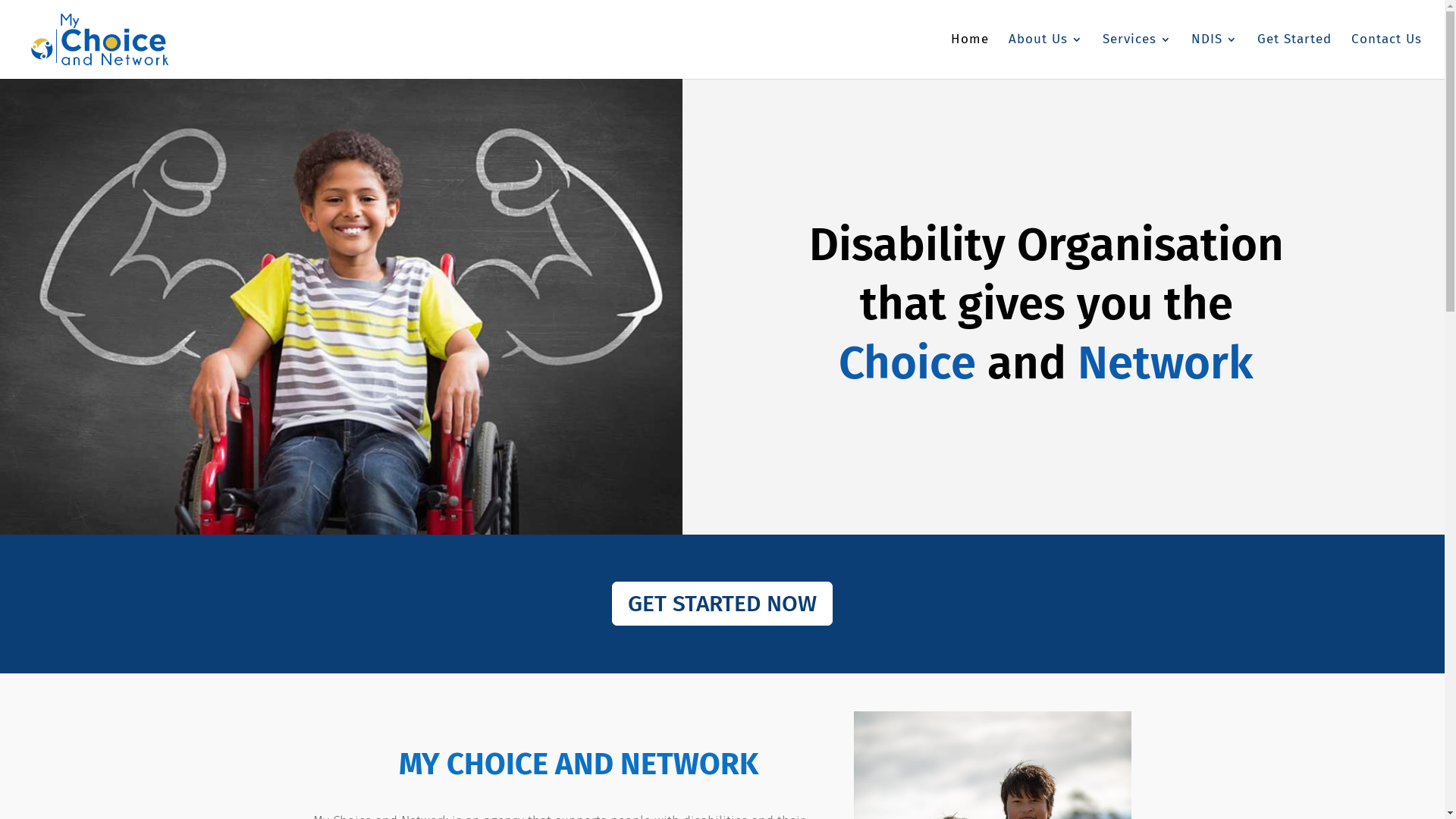  What do you see at coordinates (1351, 55) in the screenshot?
I see `'Contact Us'` at bounding box center [1351, 55].